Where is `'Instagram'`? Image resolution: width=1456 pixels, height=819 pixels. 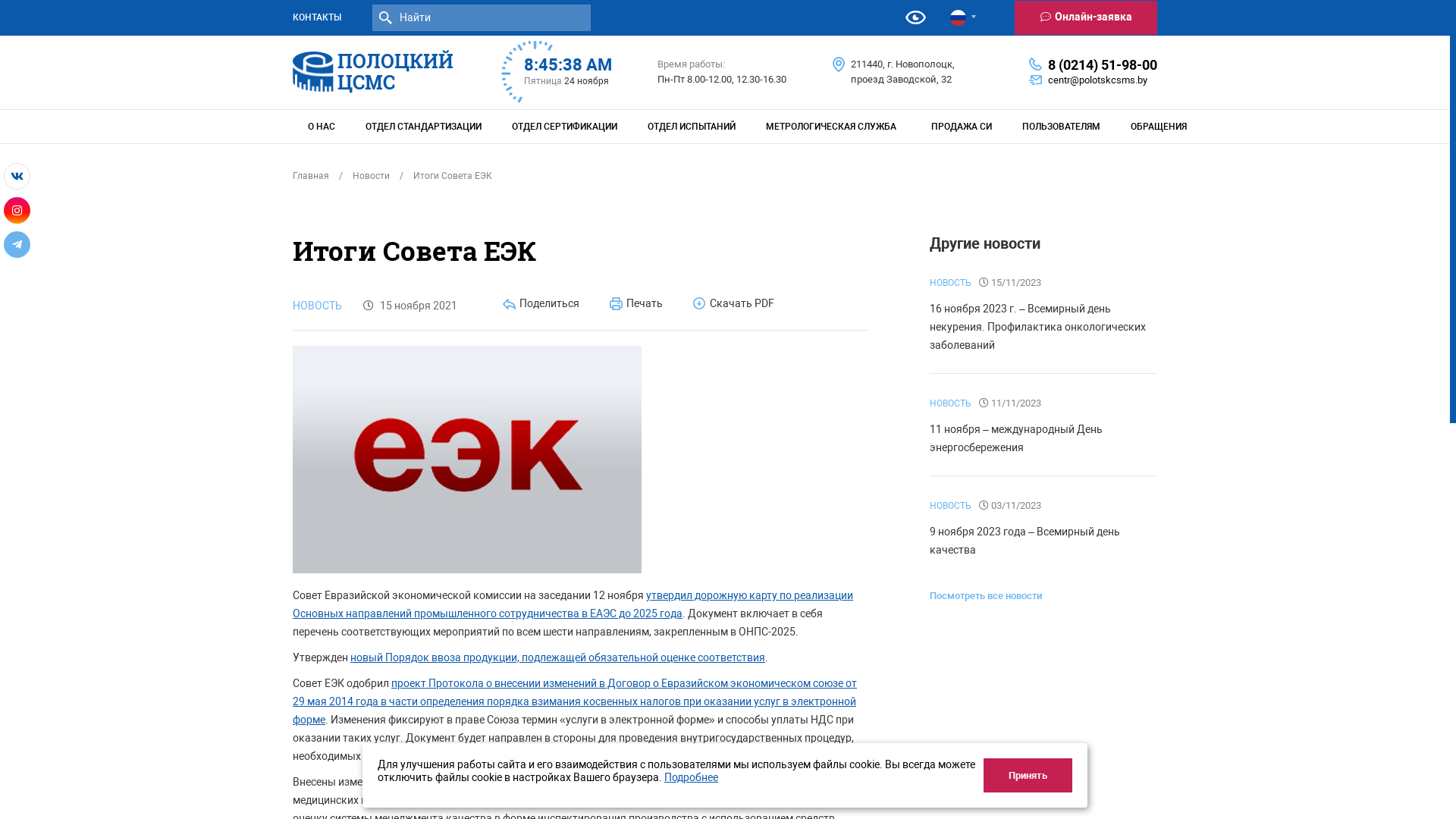 'Instagram' is located at coordinates (17, 210).